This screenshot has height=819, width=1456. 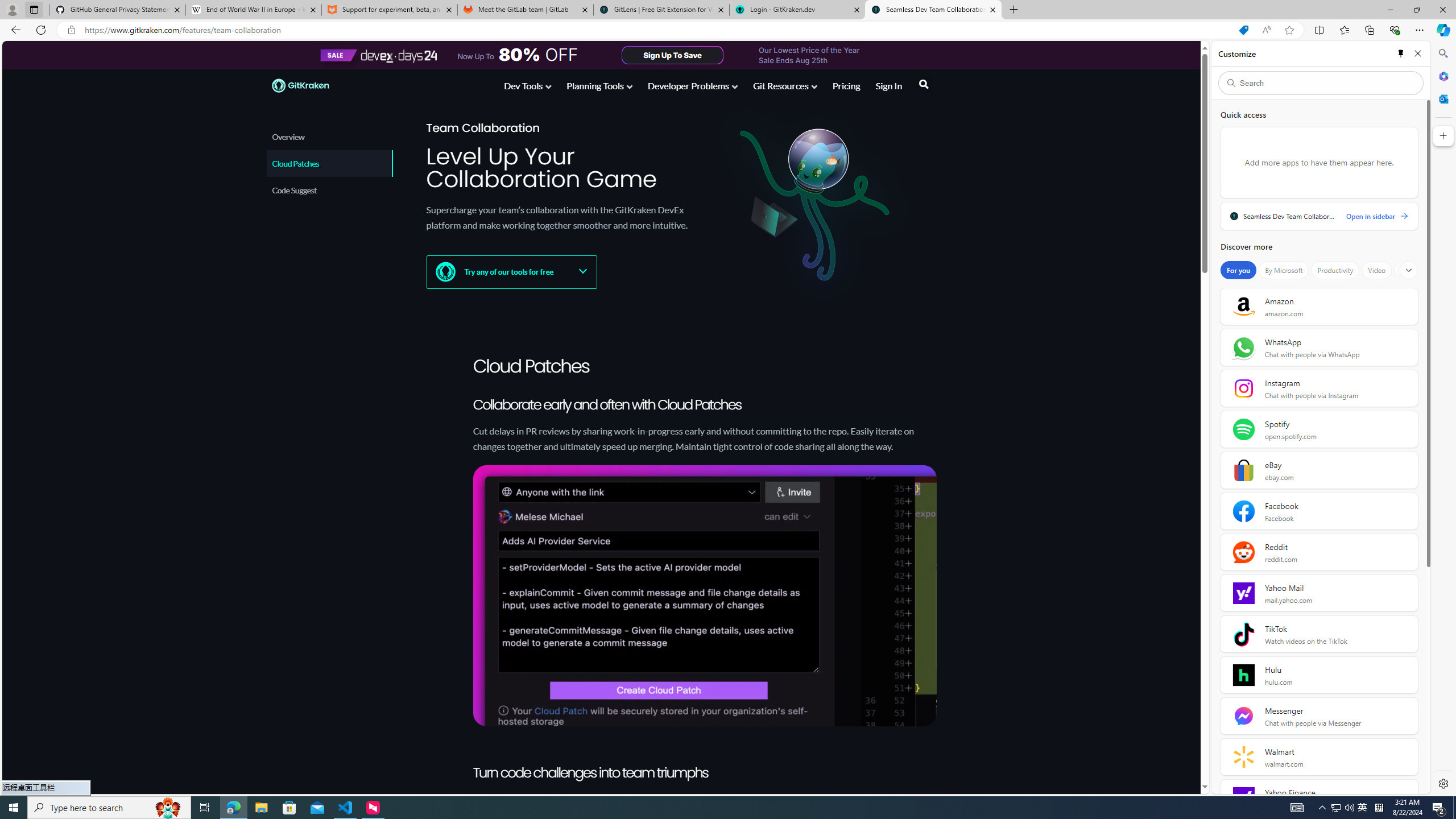 What do you see at coordinates (118, 9) in the screenshot?
I see `'GitHub General Privacy Statement - GitHub Docs'` at bounding box center [118, 9].